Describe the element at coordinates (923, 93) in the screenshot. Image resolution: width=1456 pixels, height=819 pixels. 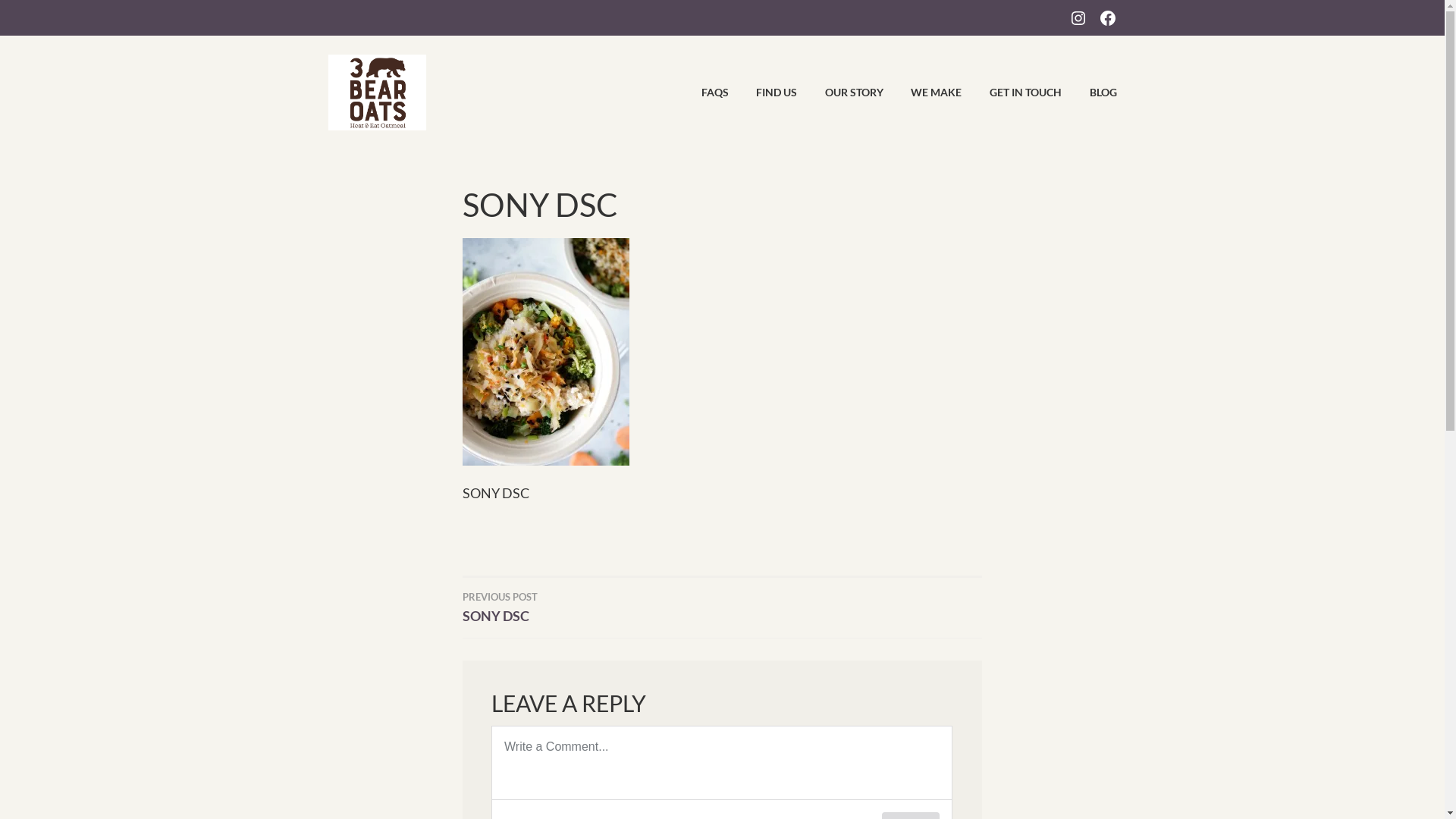
I see `'WE MAKE'` at that location.